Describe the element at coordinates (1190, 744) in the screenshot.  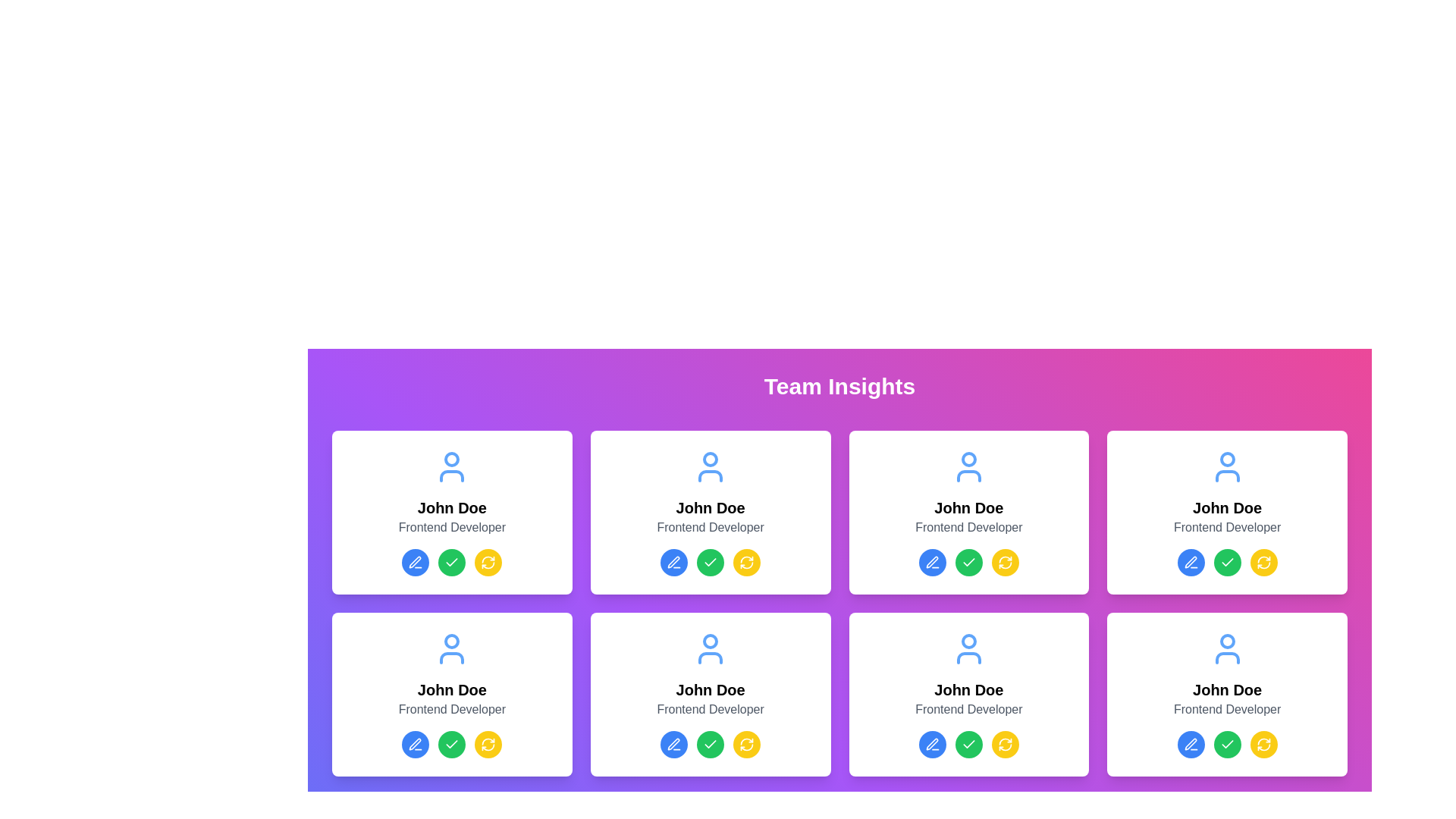
I see `the edit button, which is a small pen icon within a circular blue button located at the bottom-left corner of the card layout in the fourth column of the second row` at that location.